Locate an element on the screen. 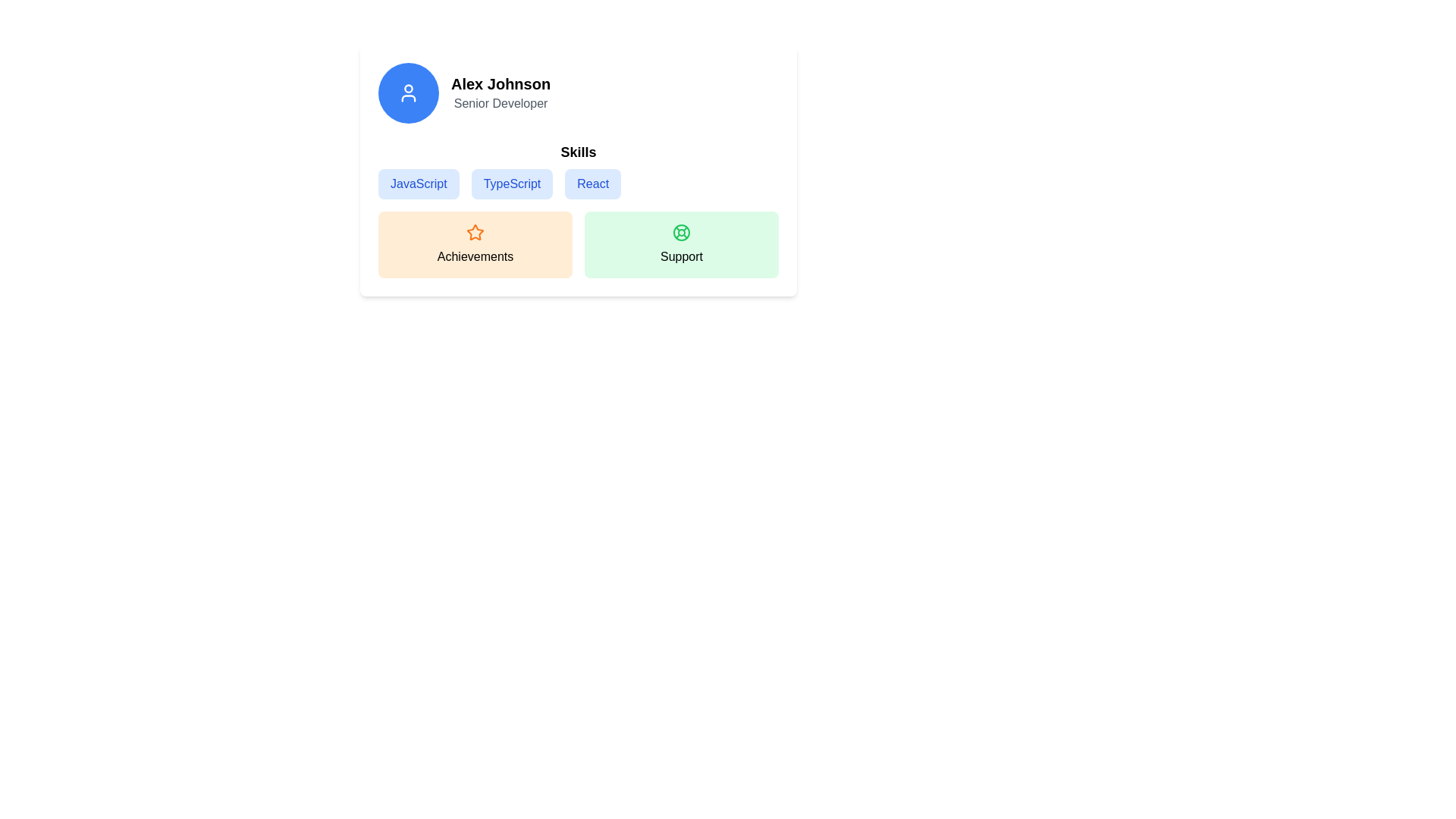 The width and height of the screenshot is (1456, 819). the visually styled label representing 'TypeScript', located between the 'JavaScript' and 'React' badges, below the user's title and name is located at coordinates (512, 184).